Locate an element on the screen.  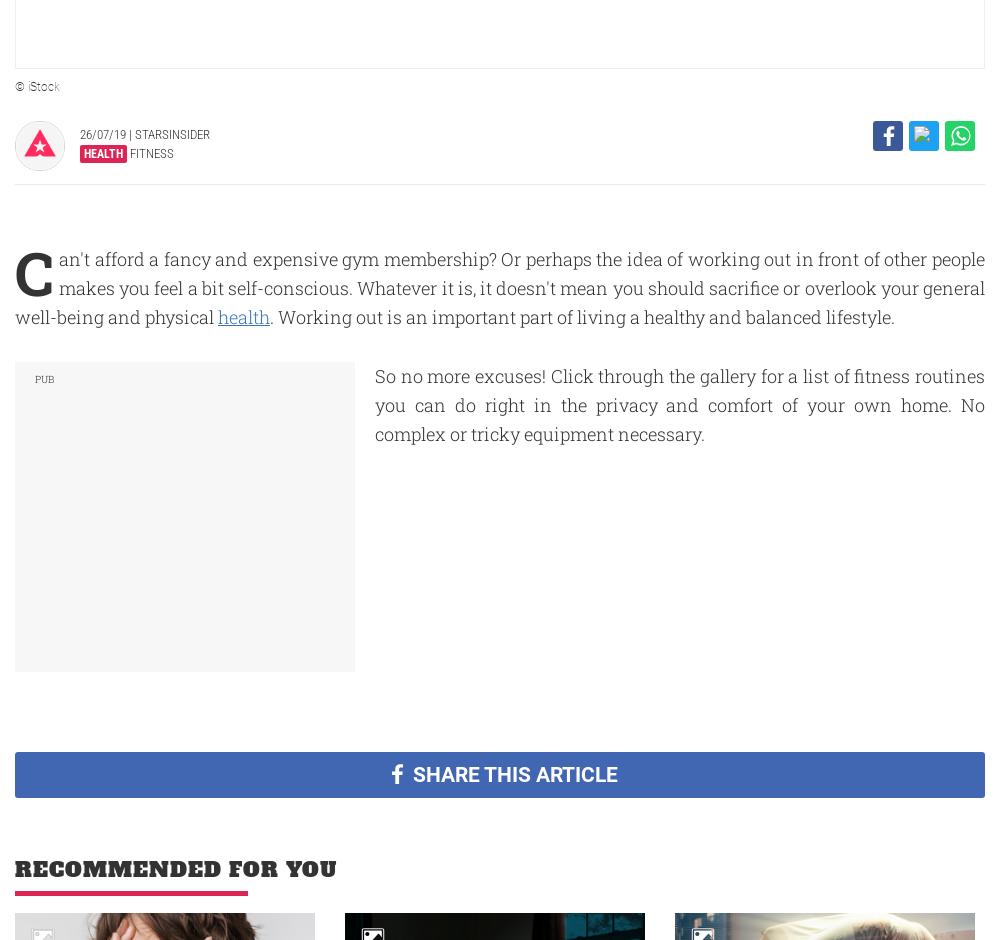
'Fitness' is located at coordinates (127, 152).